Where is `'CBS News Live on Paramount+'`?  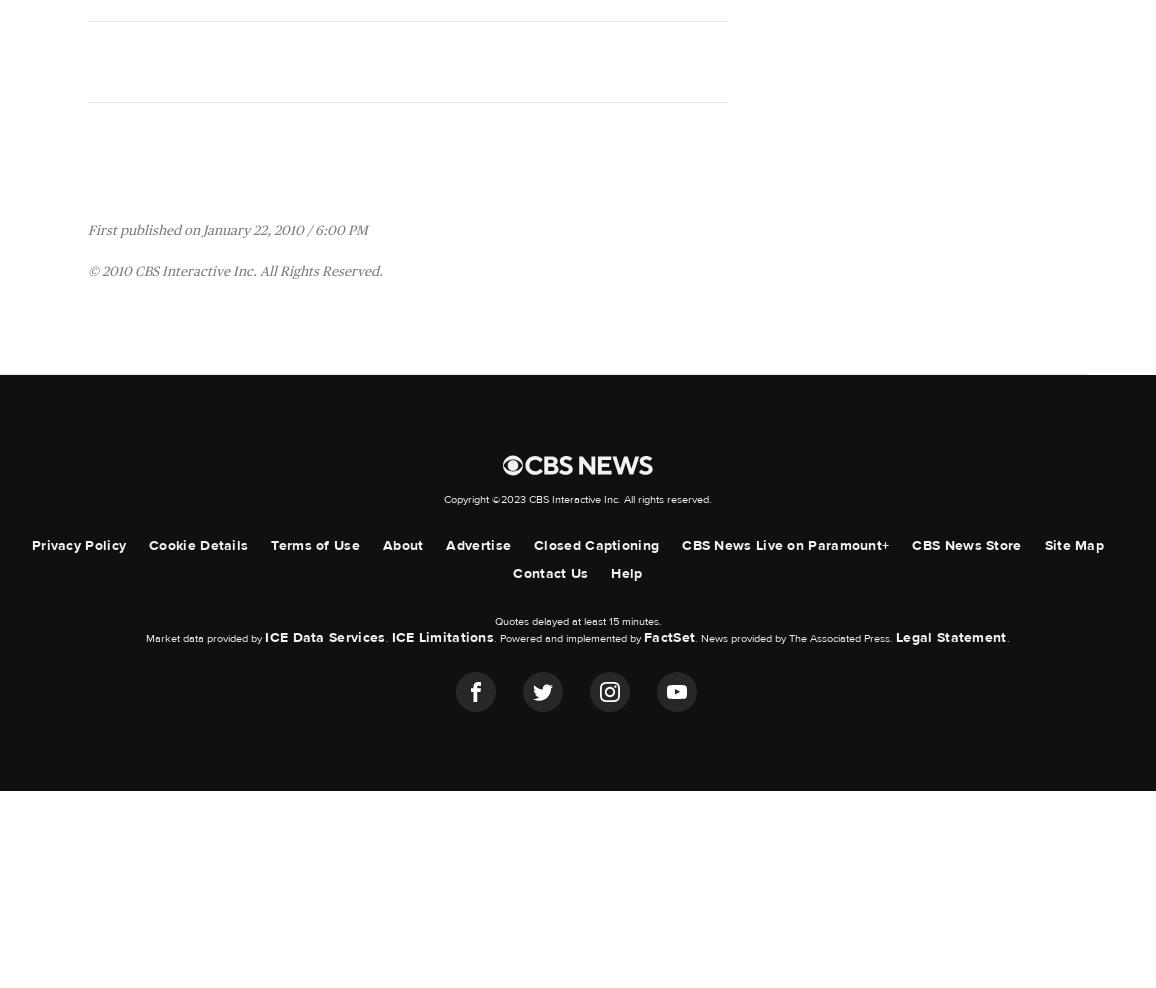 'CBS News Live on Paramount+' is located at coordinates (784, 544).